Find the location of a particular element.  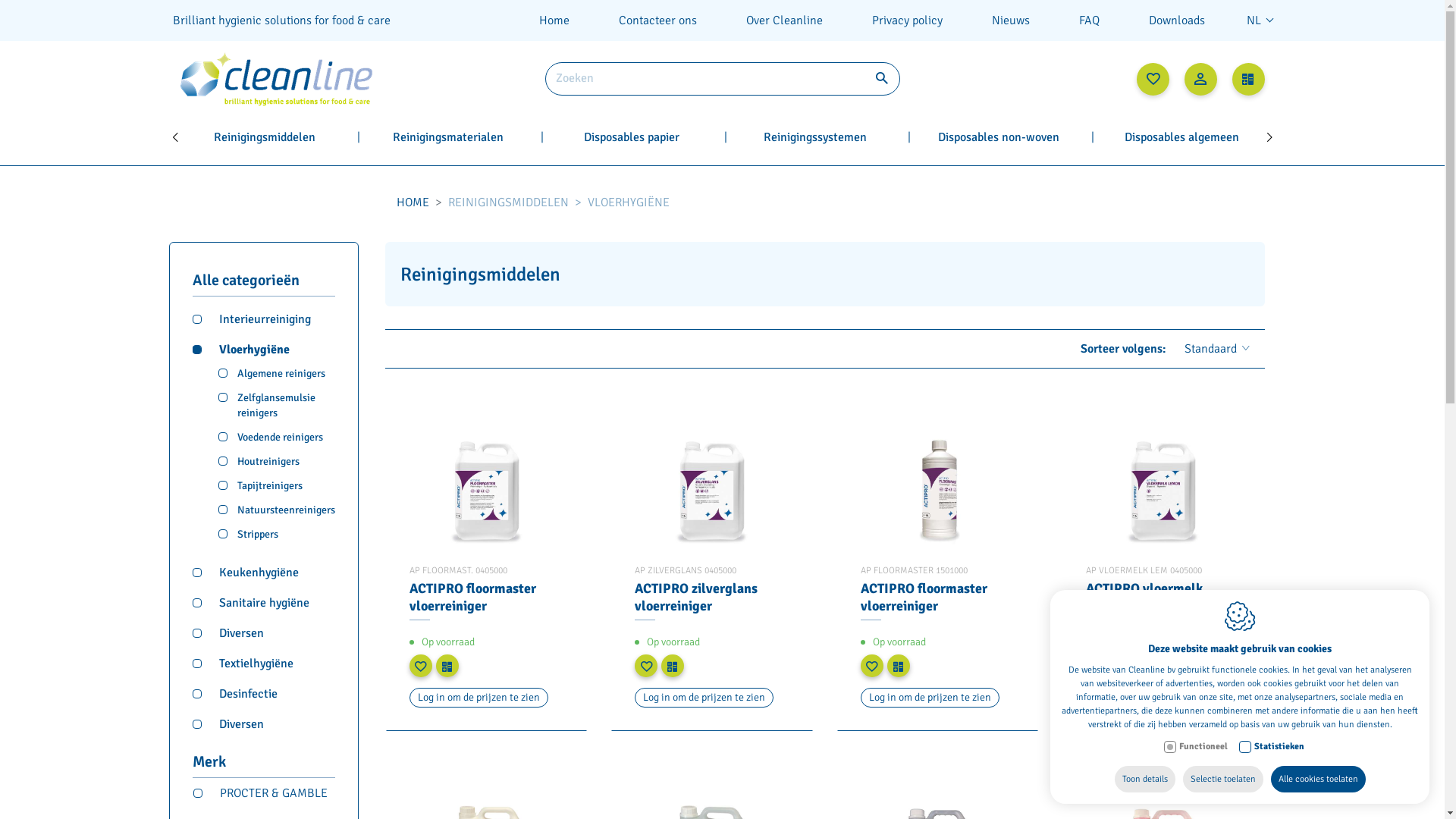

'Contacteer ons' is located at coordinates (614, 20).